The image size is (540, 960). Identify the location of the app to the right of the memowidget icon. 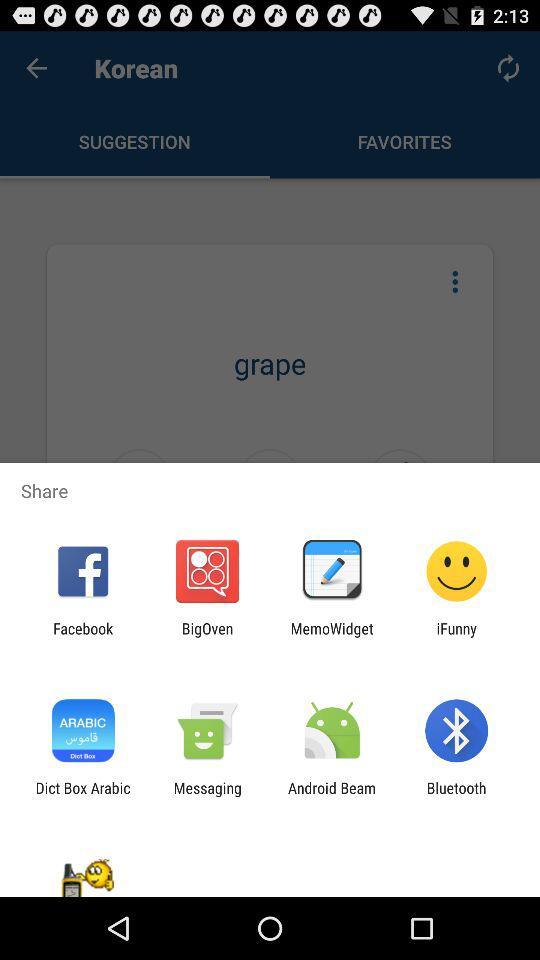
(456, 636).